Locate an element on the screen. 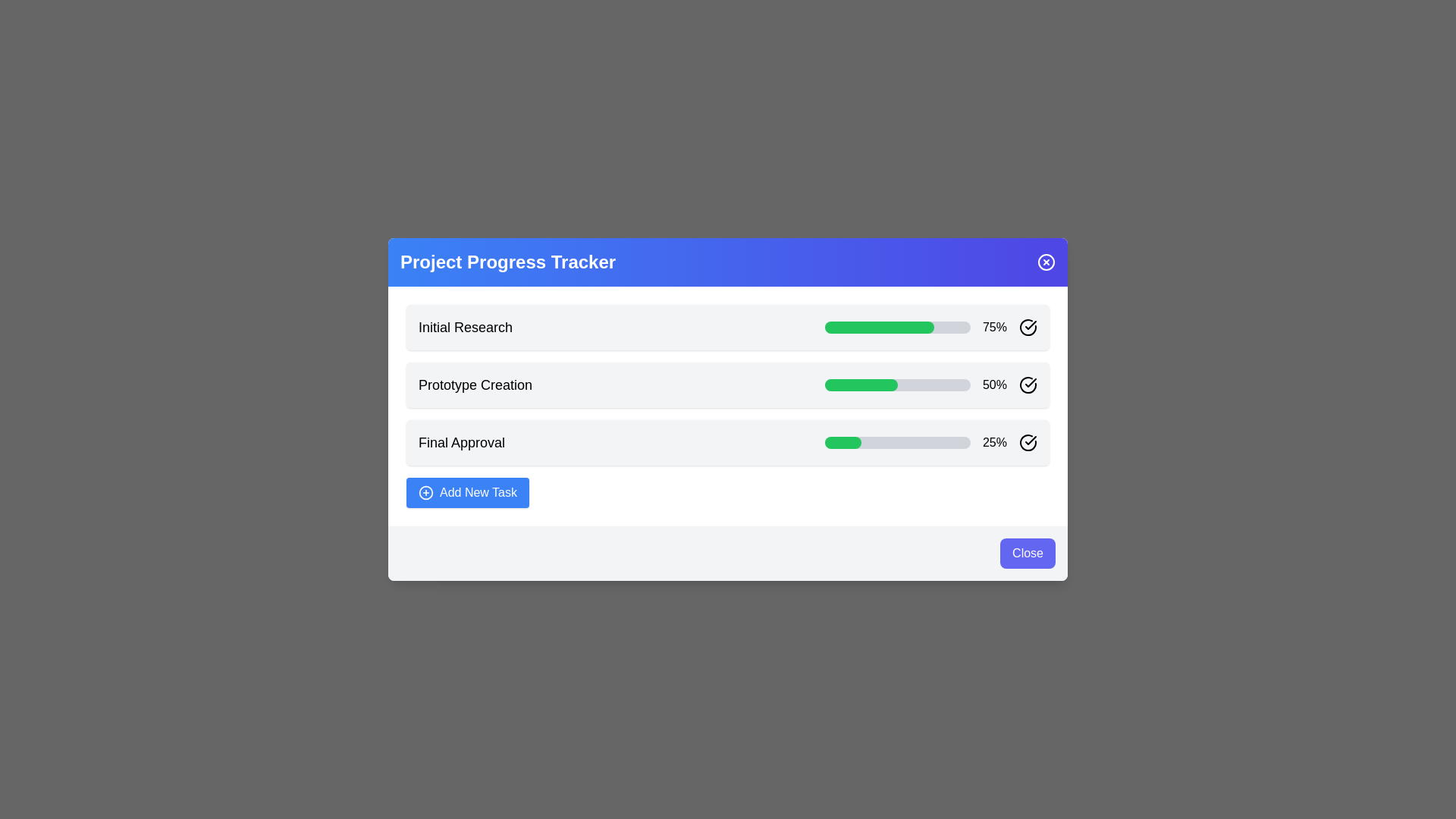 The height and width of the screenshot is (819, 1456). and read the content of the text label displaying '75%' in bold font, located to the right of the green progress bar for the 'Initial Research' task is located at coordinates (994, 327).